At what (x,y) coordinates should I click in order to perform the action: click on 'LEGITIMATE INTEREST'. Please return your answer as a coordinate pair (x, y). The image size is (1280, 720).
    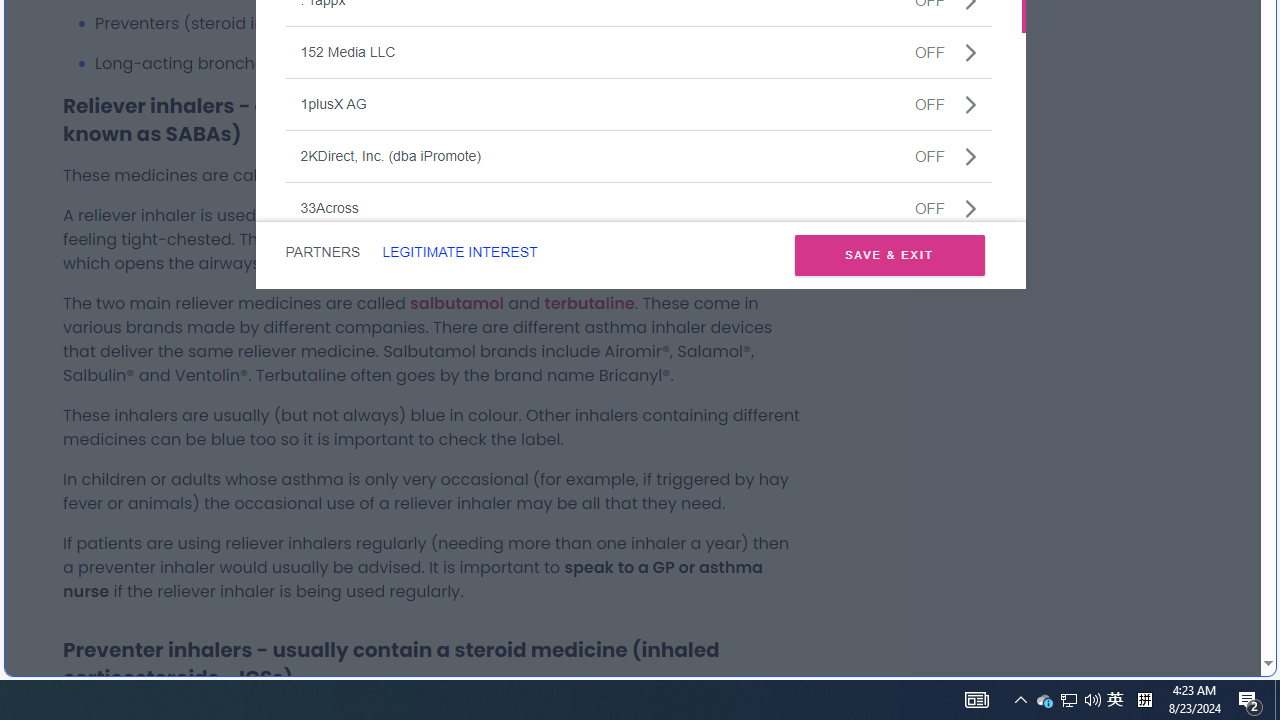
    Looking at the image, I should click on (458, 250).